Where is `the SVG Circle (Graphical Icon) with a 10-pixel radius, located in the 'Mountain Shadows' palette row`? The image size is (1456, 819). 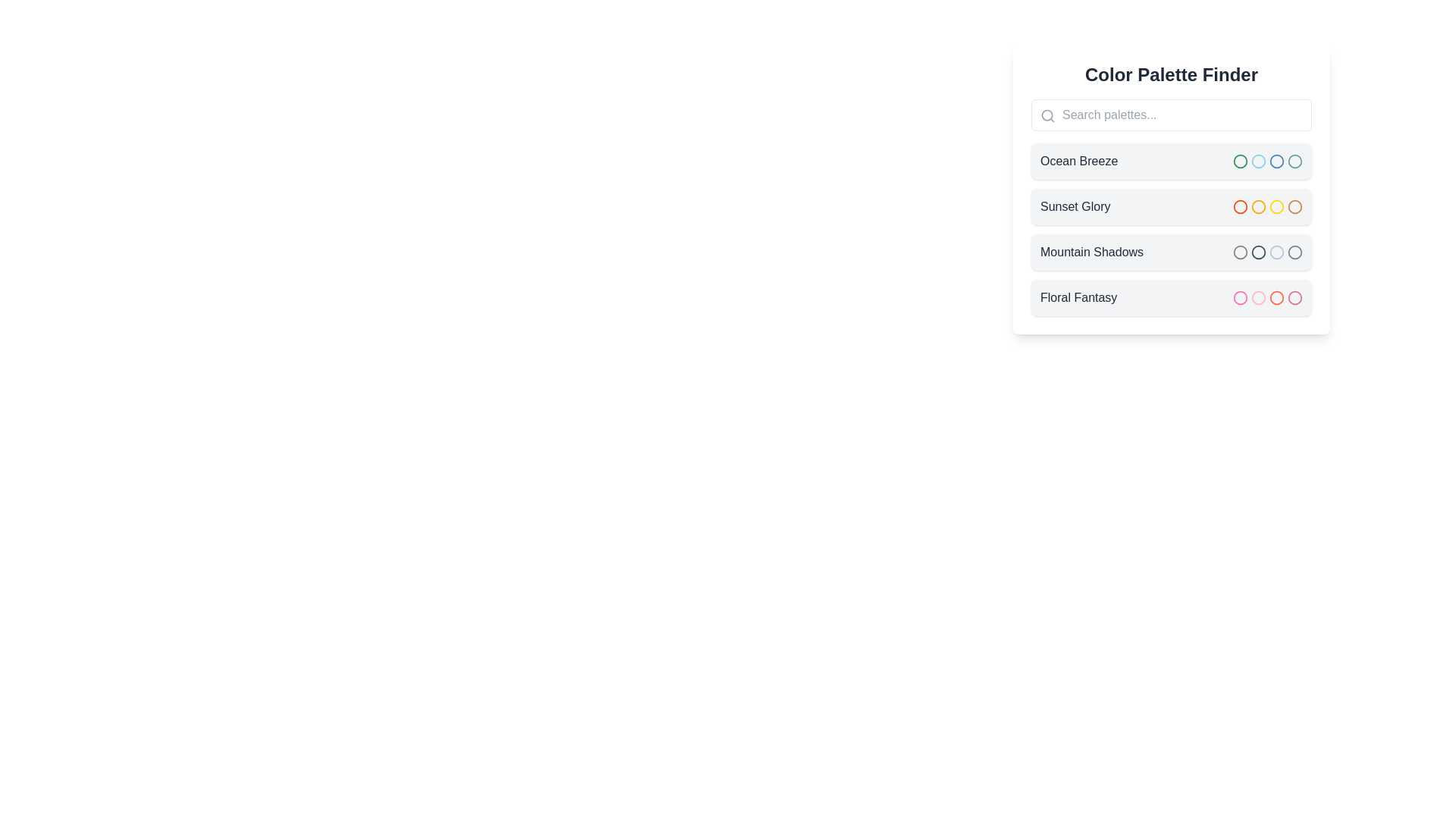
the SVG Circle (Graphical Icon) with a 10-pixel radius, located in the 'Mountain Shadows' palette row is located at coordinates (1294, 251).